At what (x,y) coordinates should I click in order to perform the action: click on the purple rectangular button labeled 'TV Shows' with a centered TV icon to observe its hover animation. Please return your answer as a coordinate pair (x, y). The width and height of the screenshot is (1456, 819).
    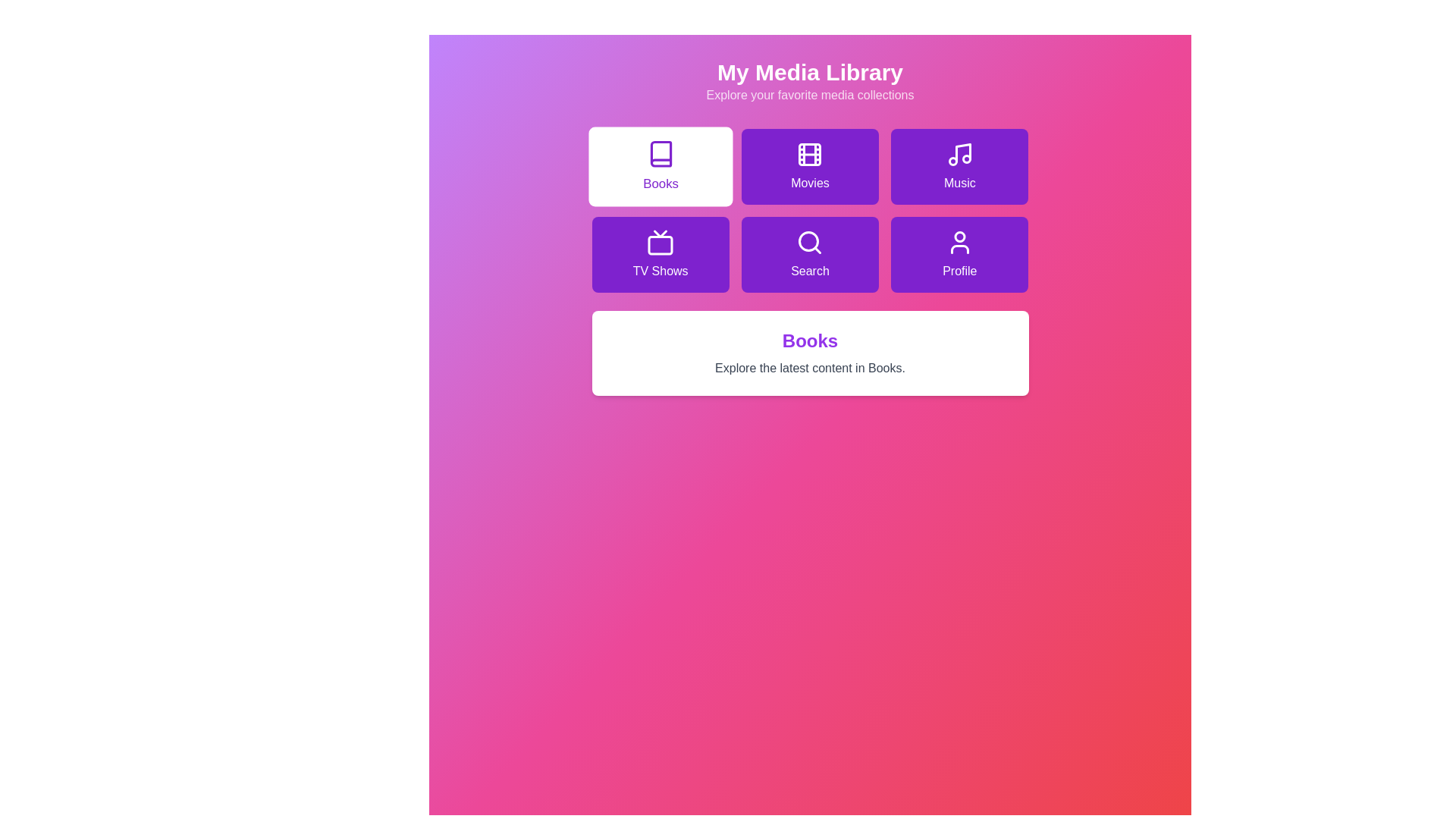
    Looking at the image, I should click on (661, 253).